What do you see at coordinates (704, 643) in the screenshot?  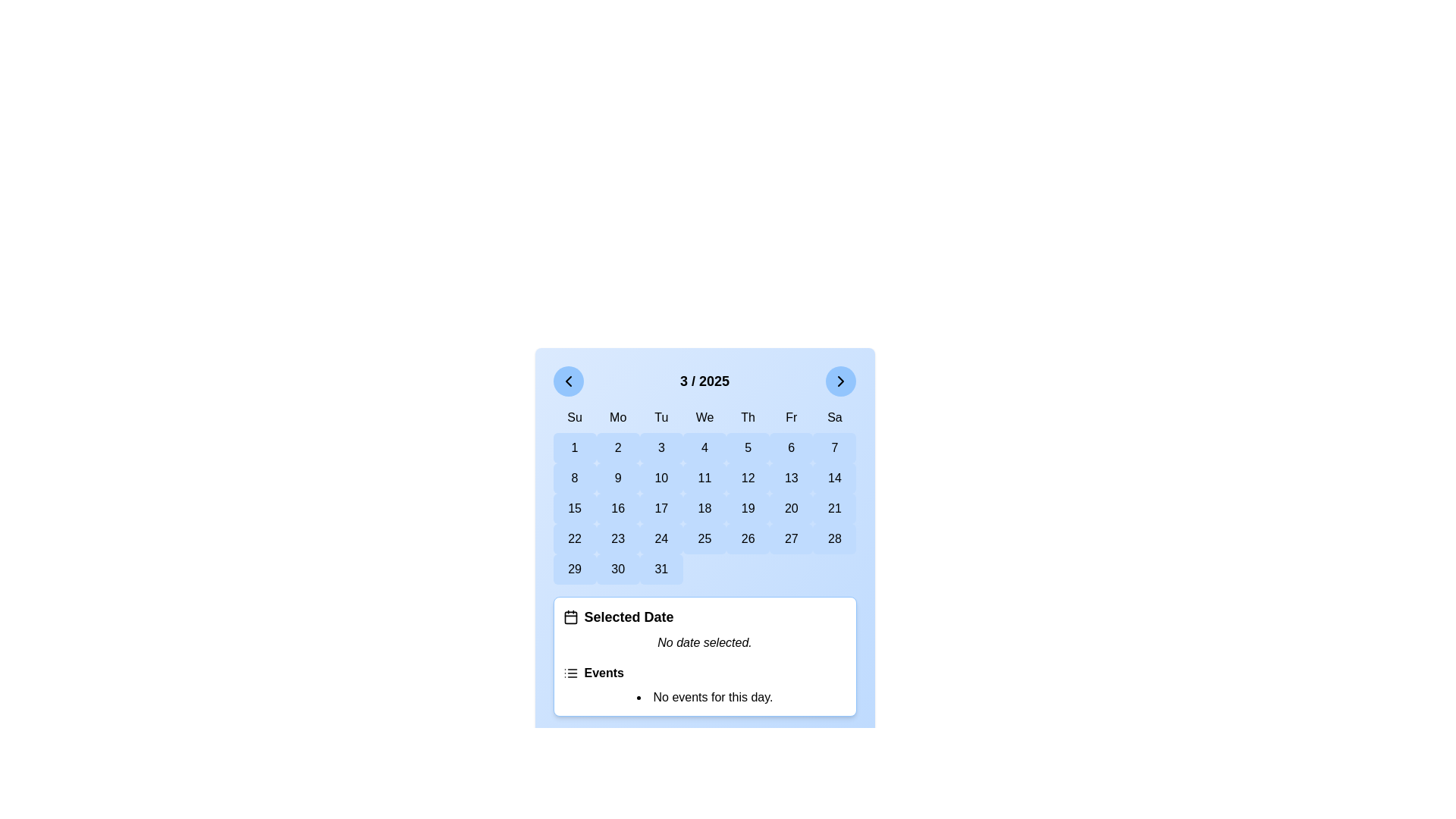 I see `the Text Label indicating 'No date selected.' which is positioned below the 'Selected Date' header within a white card` at bounding box center [704, 643].